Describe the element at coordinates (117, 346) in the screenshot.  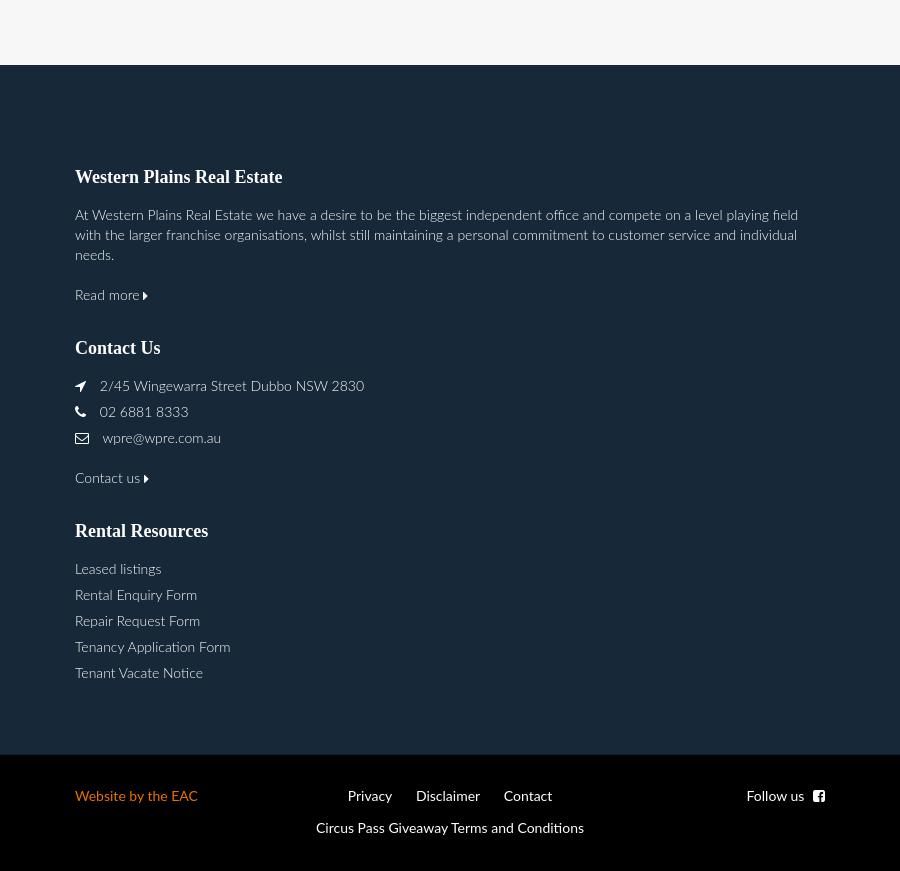
I see `'Contact Us'` at that location.